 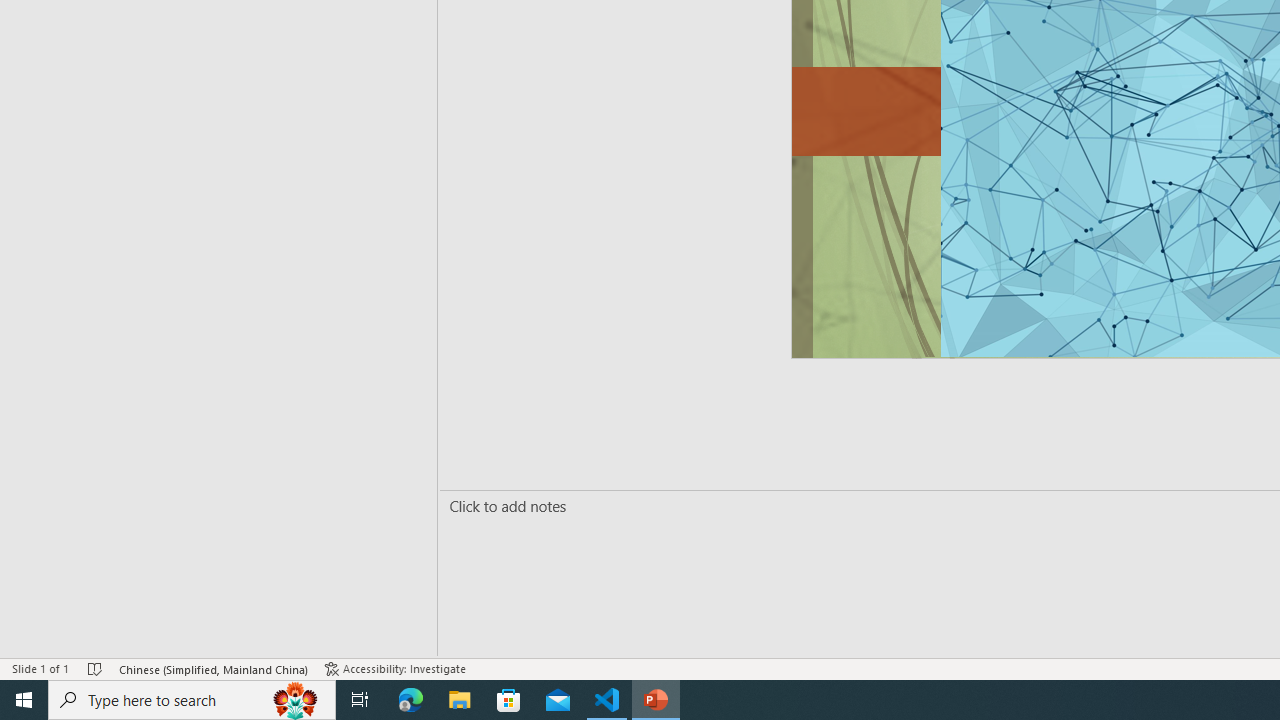 I want to click on 'PowerPoint - 1 running window', so click(x=656, y=698).